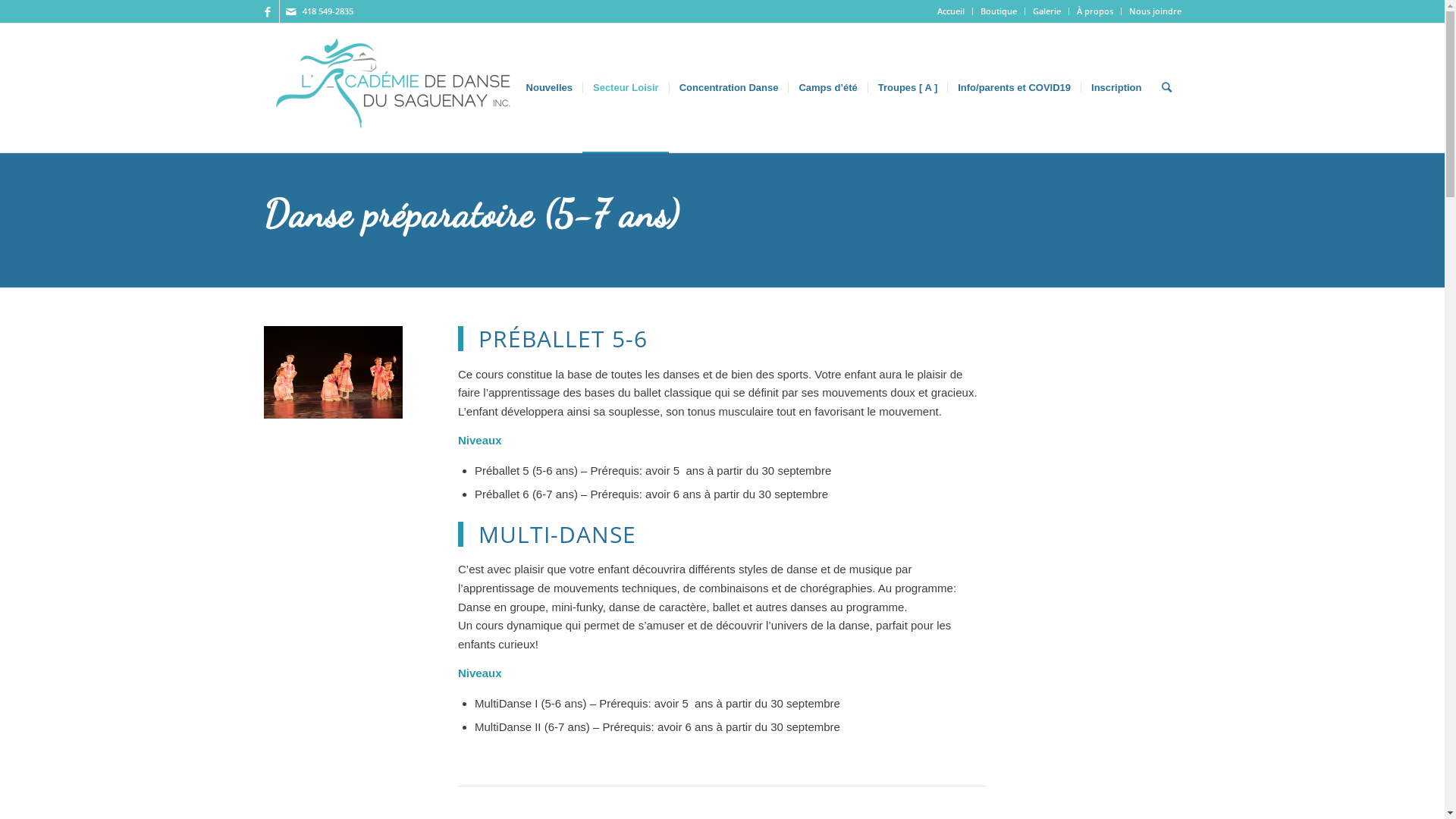  I want to click on 'Info/parents et COVID19', so click(1014, 87).